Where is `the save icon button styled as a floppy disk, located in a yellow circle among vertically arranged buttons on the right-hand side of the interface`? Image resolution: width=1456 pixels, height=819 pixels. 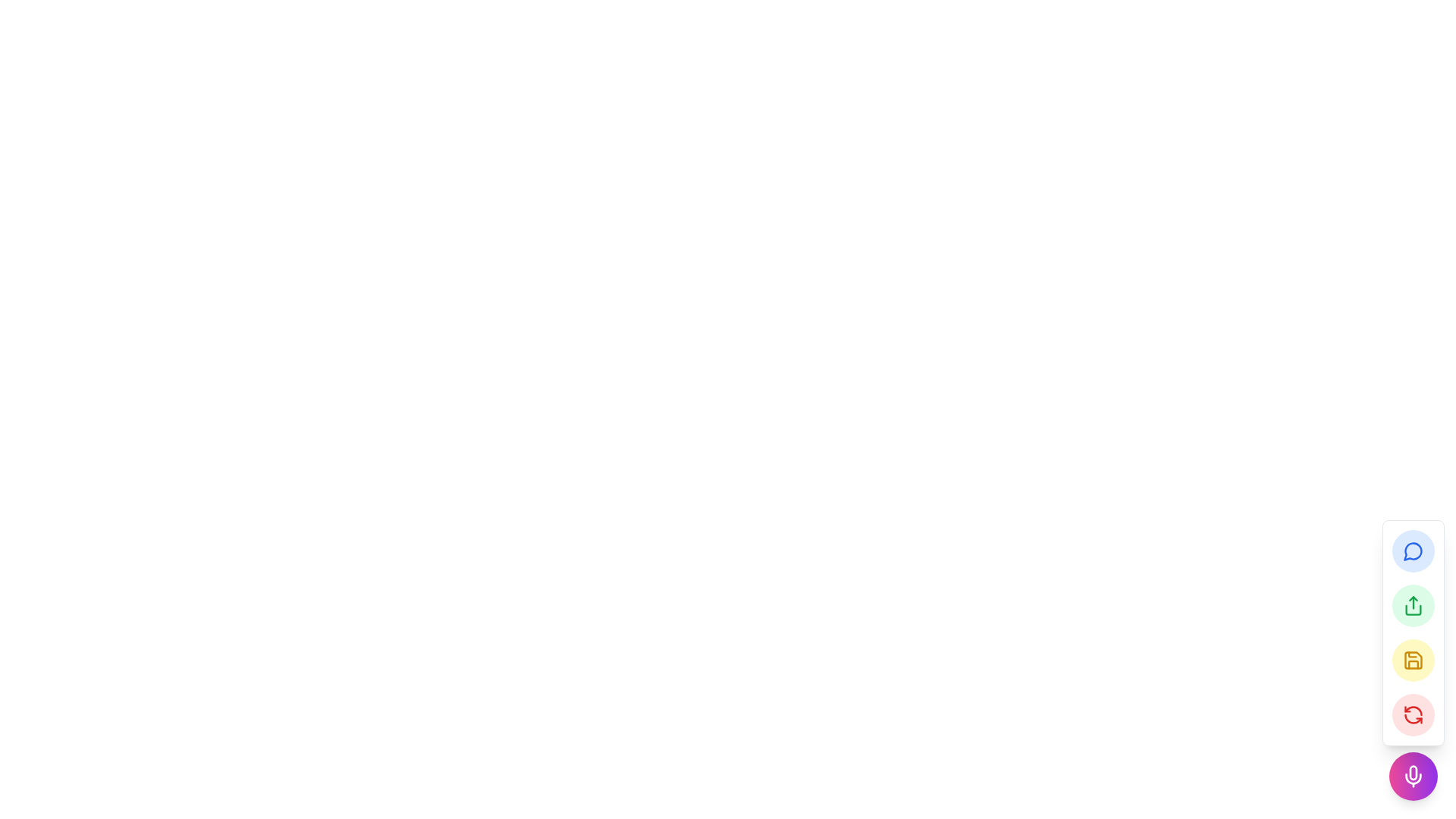
the save icon button styled as a floppy disk, located in a yellow circle among vertically arranged buttons on the right-hand side of the interface is located at coordinates (1412, 660).